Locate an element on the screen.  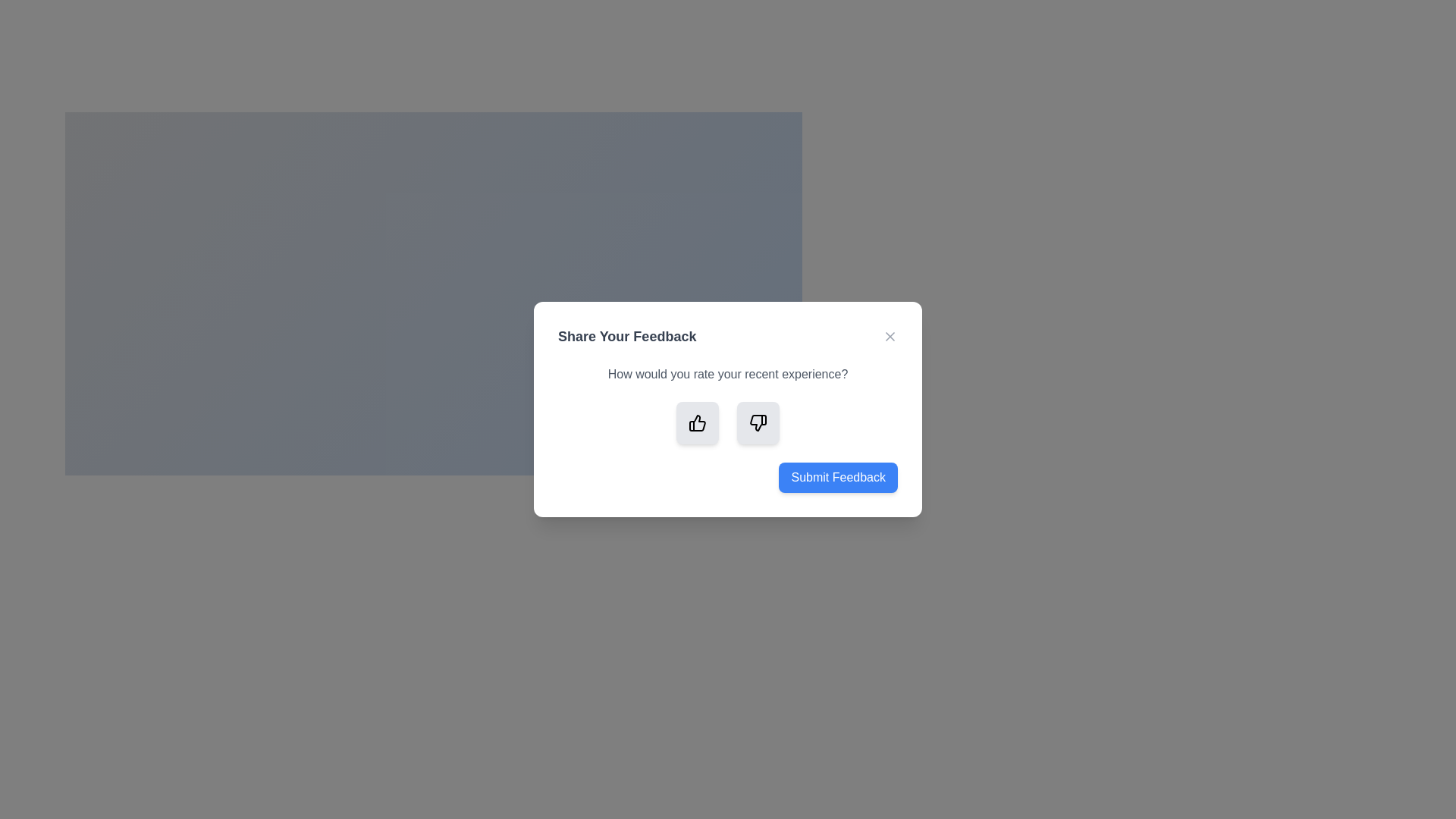
the square-shaped button with a light gray background and a black thumbs-up icon at its center to record positive feedback is located at coordinates (697, 423).